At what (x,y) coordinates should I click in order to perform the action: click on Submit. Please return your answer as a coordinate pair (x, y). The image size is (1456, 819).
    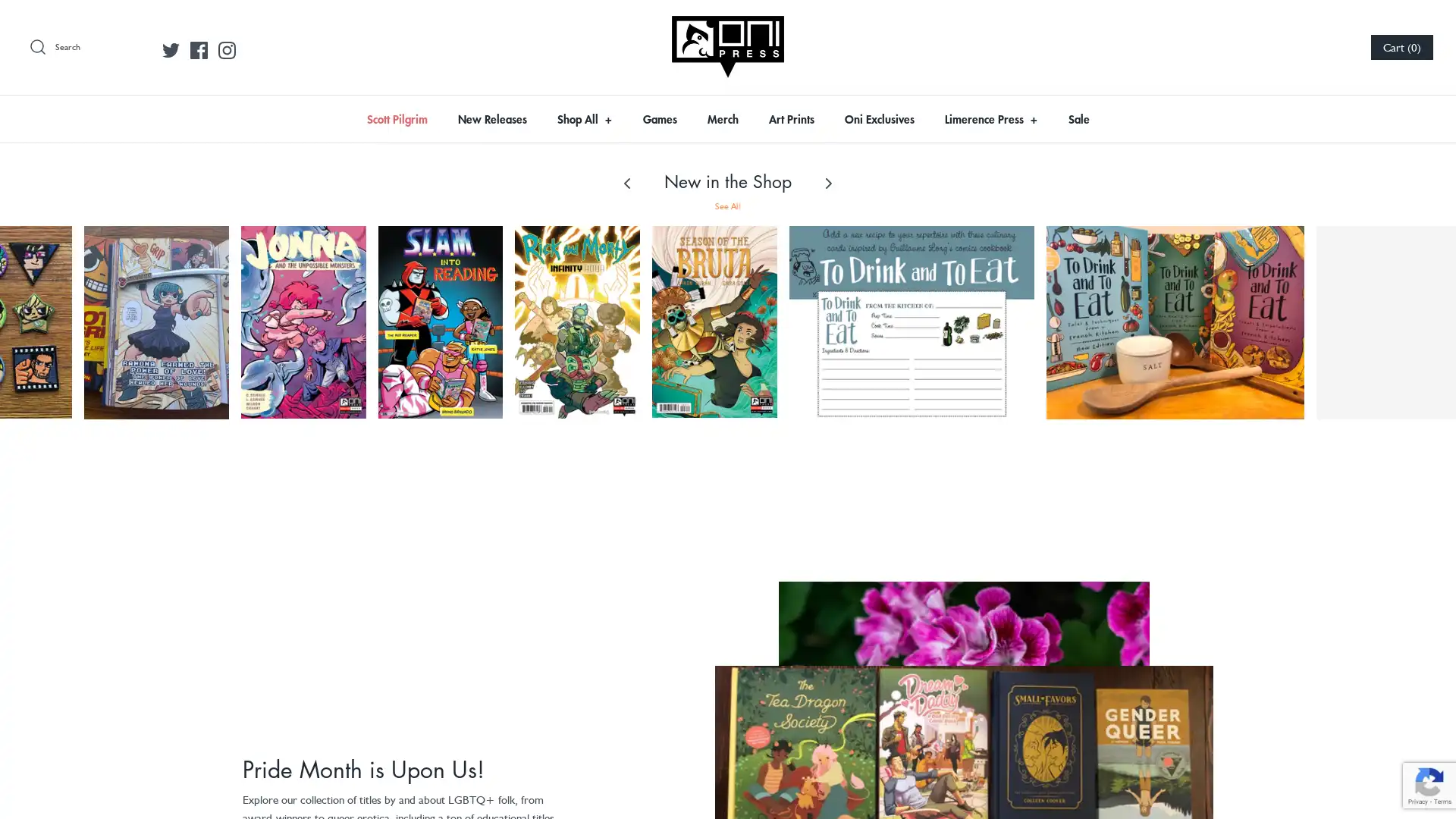
    Looking at the image, I should click on (137, 45).